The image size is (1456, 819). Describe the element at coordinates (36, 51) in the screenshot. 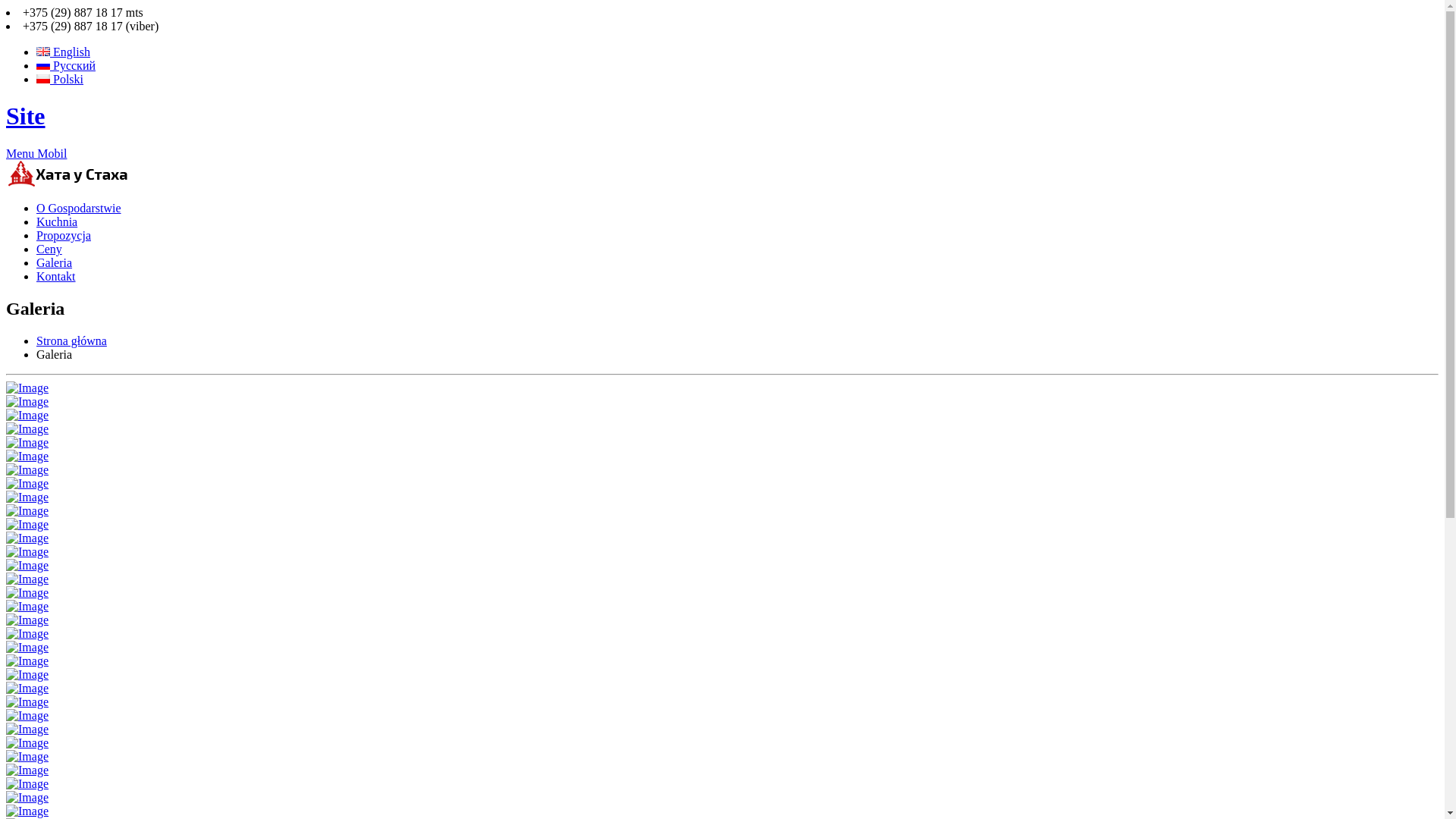

I see `'English'` at that location.